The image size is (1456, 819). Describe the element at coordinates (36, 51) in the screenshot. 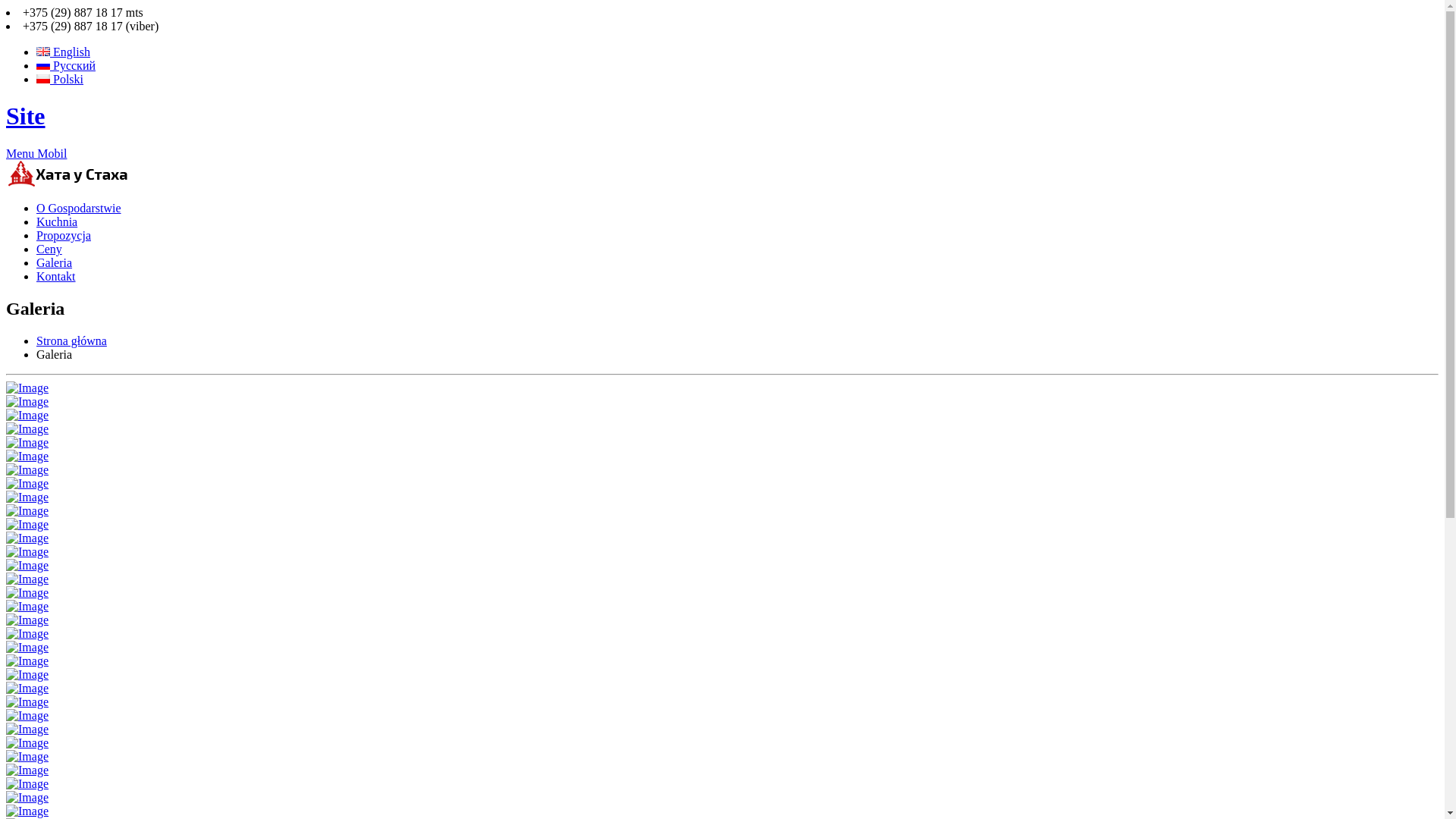

I see `'English'` at that location.